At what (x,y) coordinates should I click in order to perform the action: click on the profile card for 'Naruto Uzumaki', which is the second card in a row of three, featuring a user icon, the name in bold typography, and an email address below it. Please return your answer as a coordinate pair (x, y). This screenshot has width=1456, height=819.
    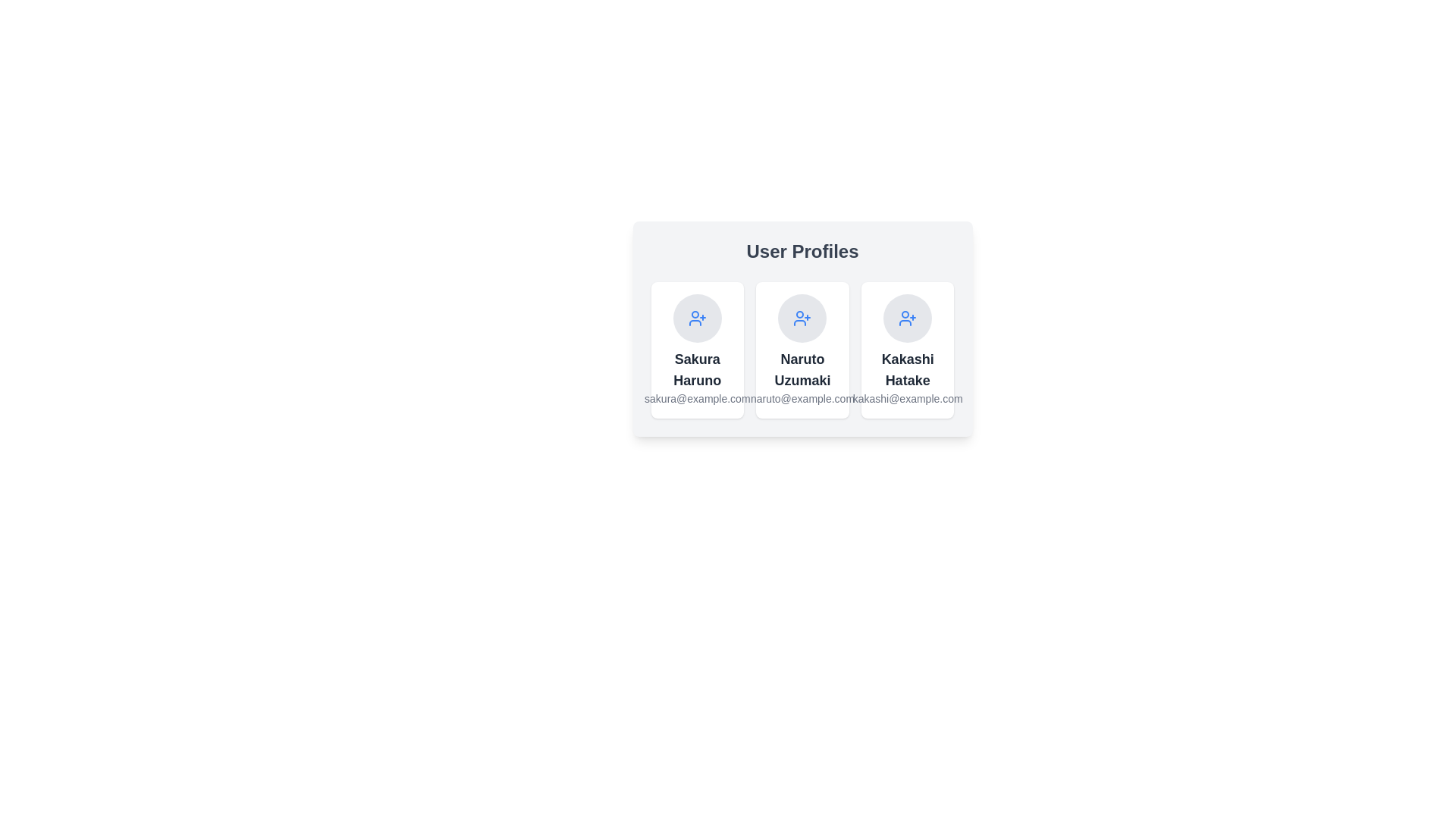
    Looking at the image, I should click on (802, 350).